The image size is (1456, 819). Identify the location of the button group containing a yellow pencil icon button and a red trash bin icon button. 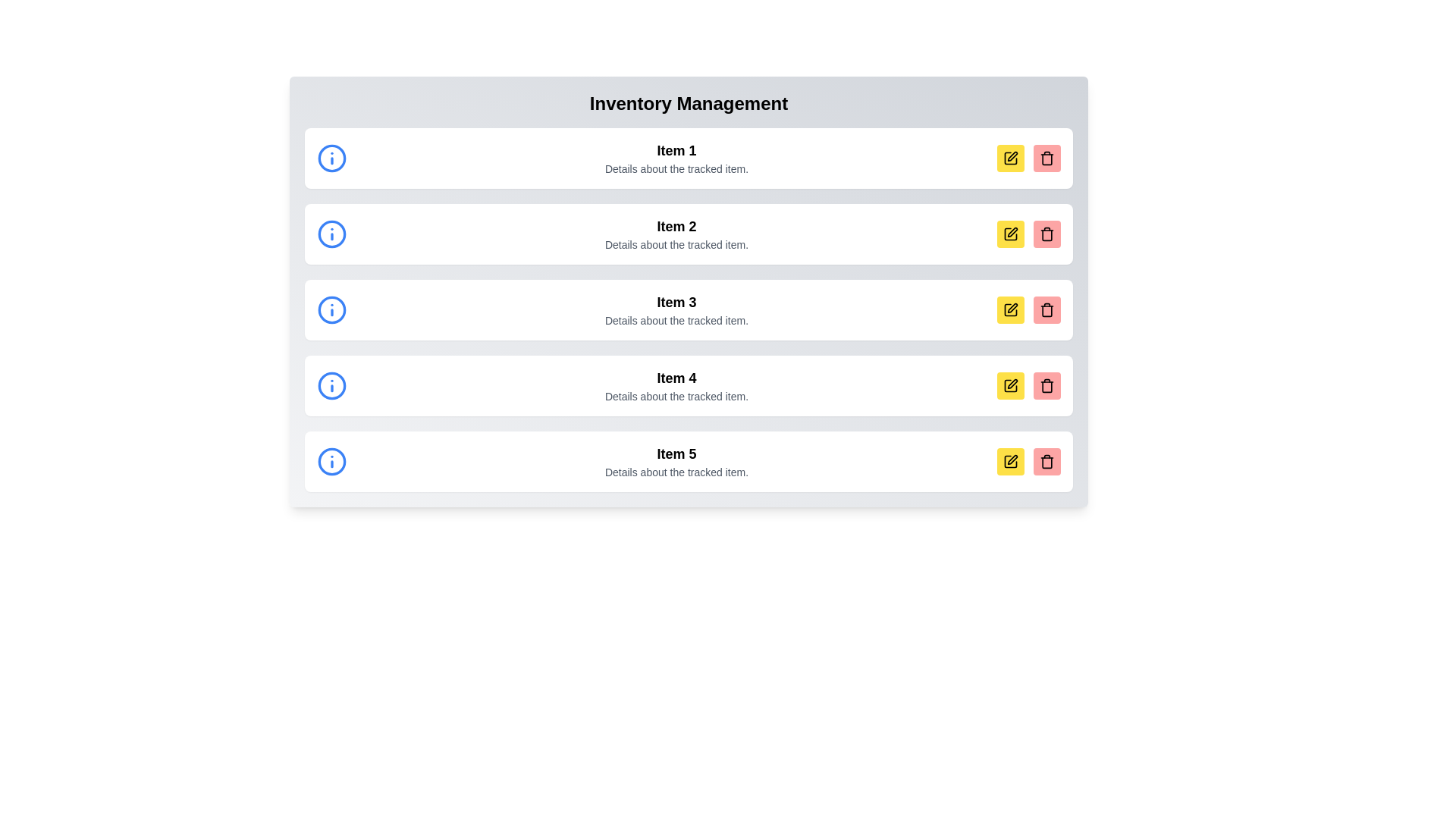
(1029, 461).